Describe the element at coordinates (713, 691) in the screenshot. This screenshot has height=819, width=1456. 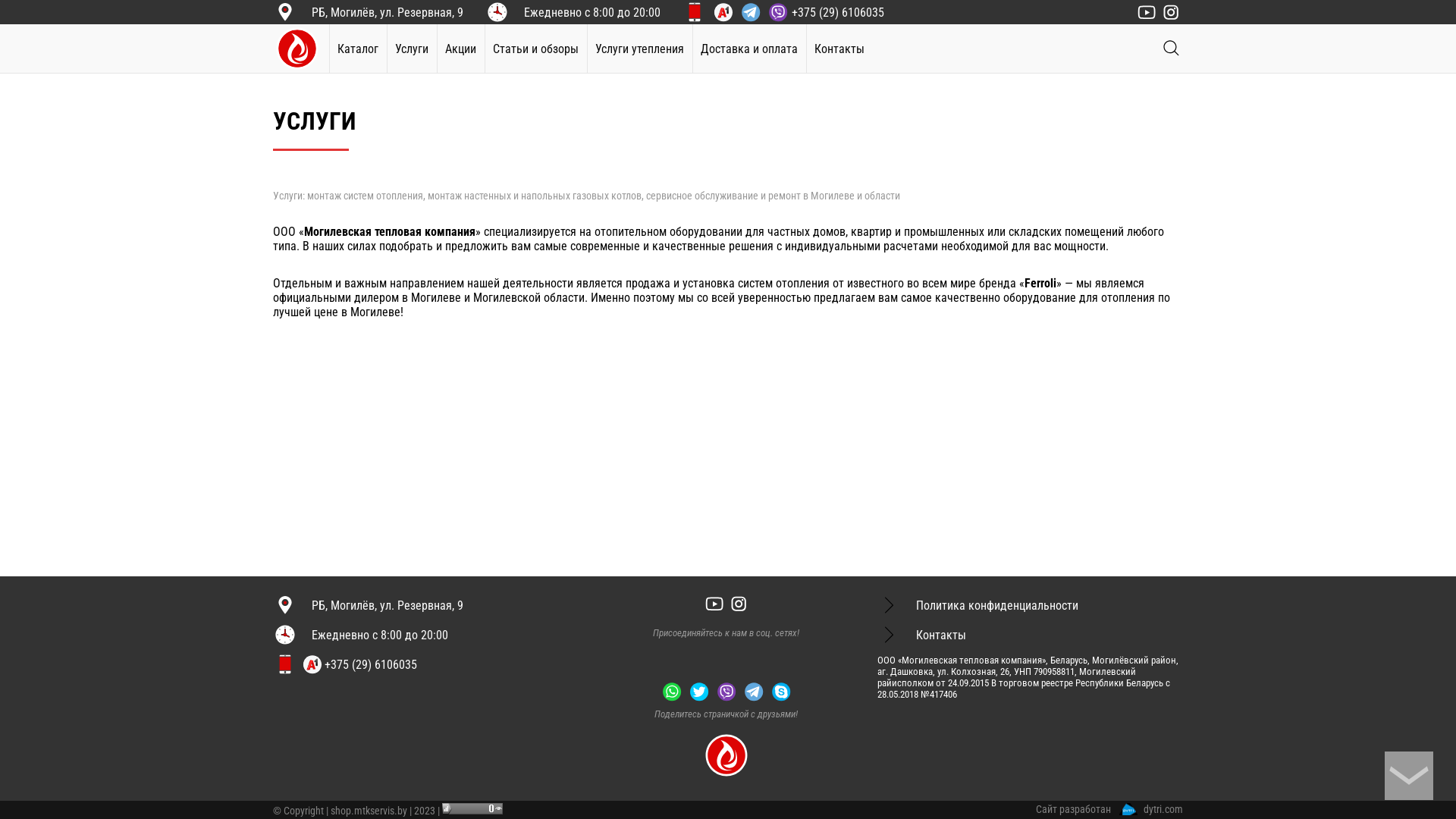
I see `'Viber'` at that location.